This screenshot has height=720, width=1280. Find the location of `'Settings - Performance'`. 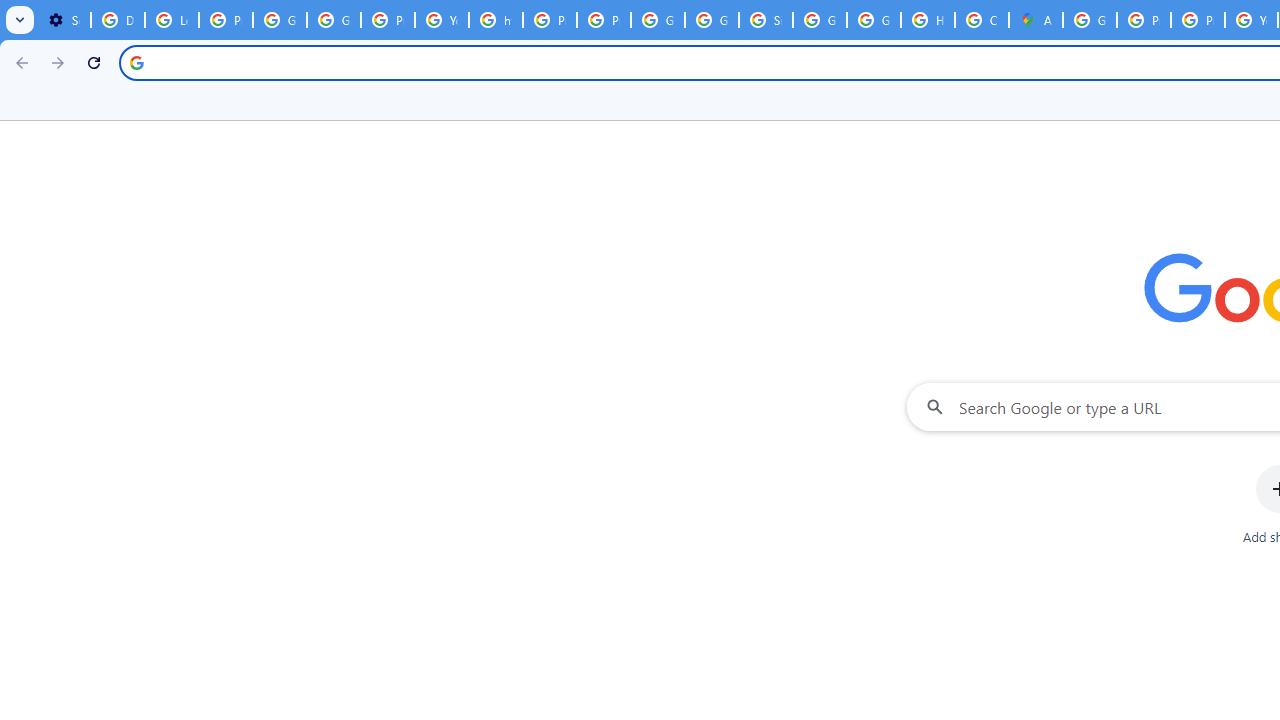

'Settings - Performance' is located at coordinates (64, 20).